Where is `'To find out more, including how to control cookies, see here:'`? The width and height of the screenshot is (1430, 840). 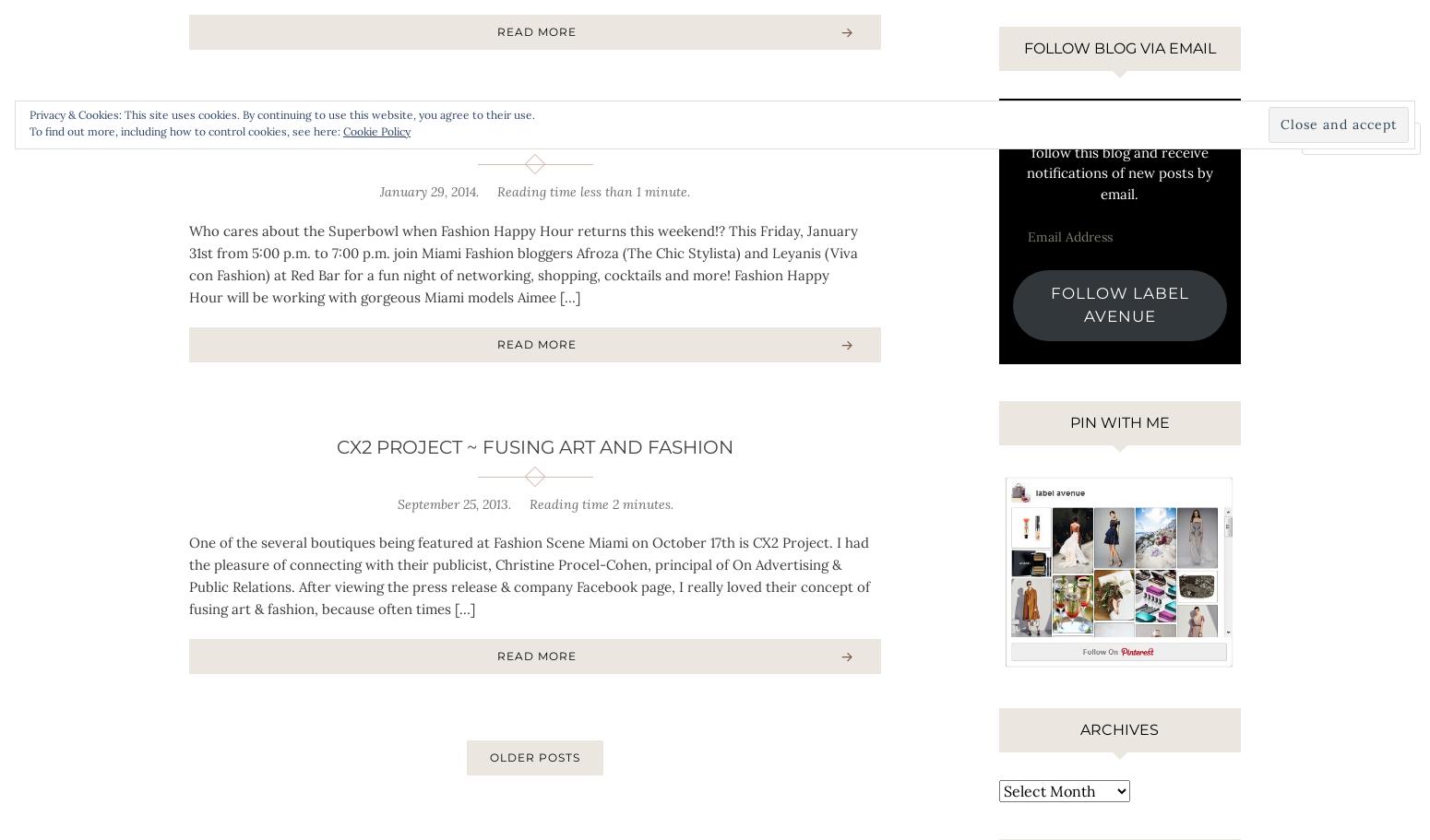 'To find out more, including how to control cookies, see here:' is located at coordinates (28, 131).